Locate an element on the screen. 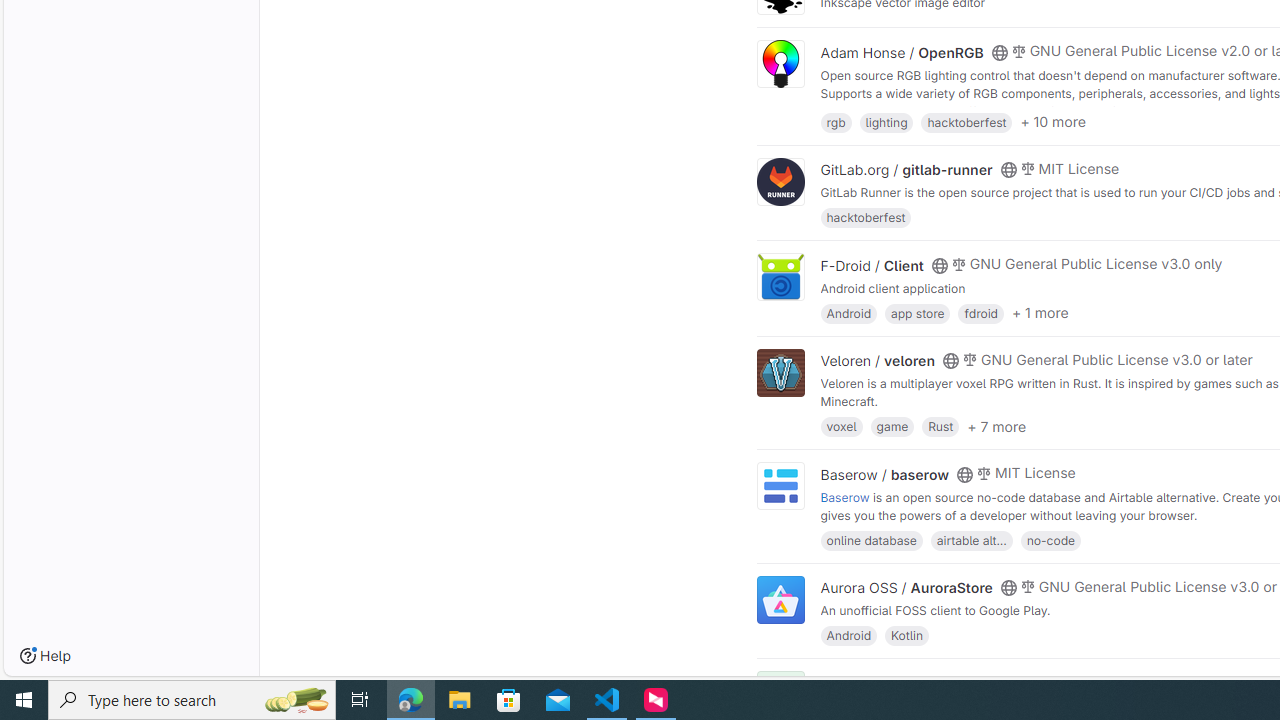  'app store' is located at coordinates (916, 312).